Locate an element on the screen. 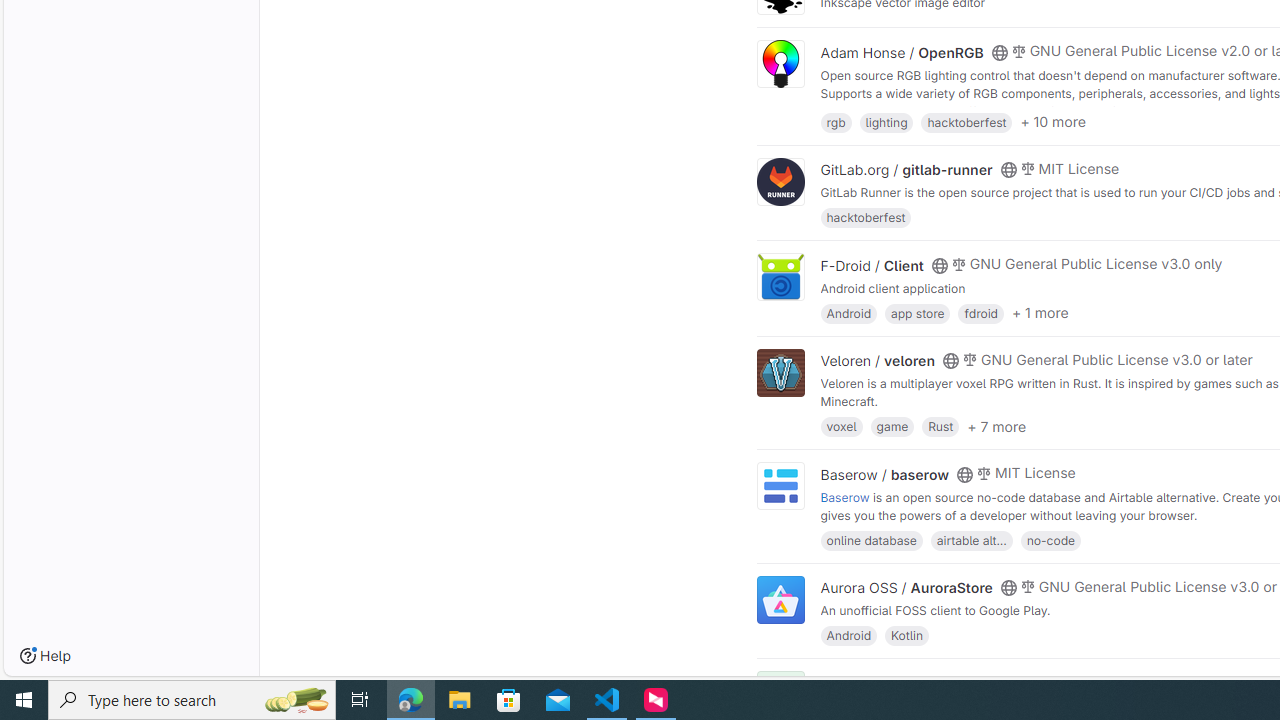  'app store' is located at coordinates (916, 312).